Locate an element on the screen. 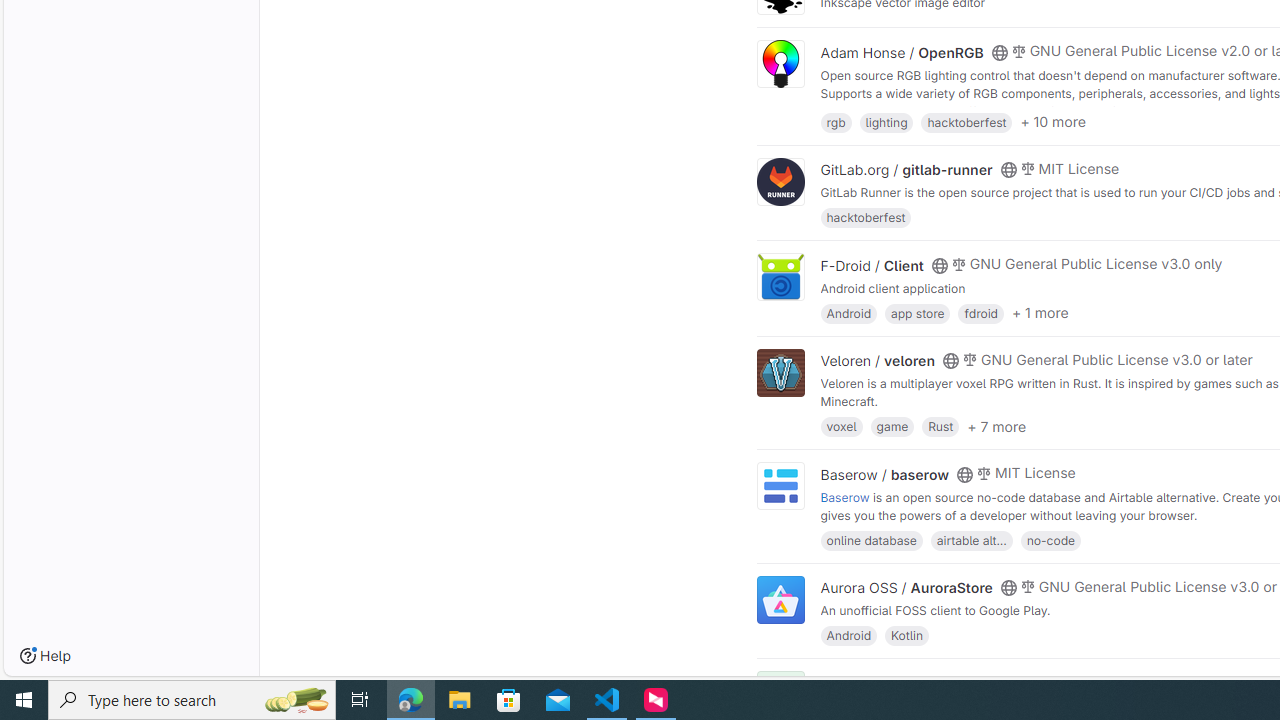  'app store' is located at coordinates (916, 312).